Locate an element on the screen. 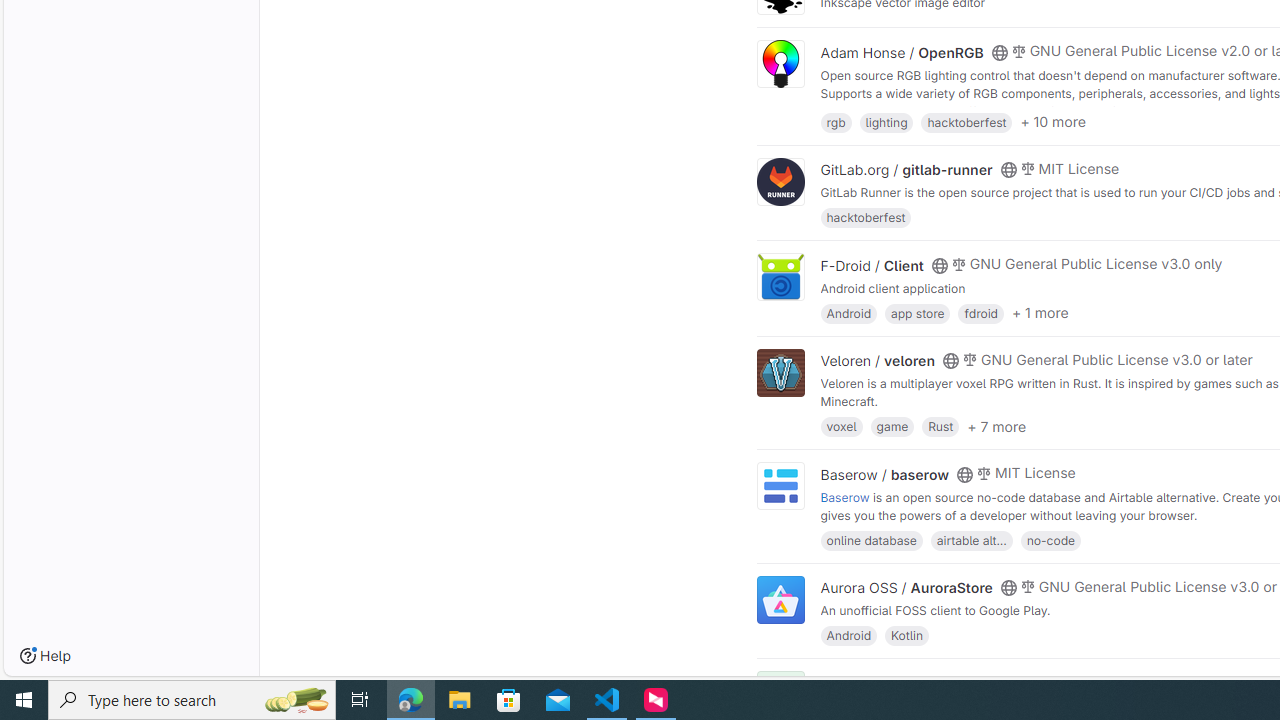  'app store' is located at coordinates (916, 312).